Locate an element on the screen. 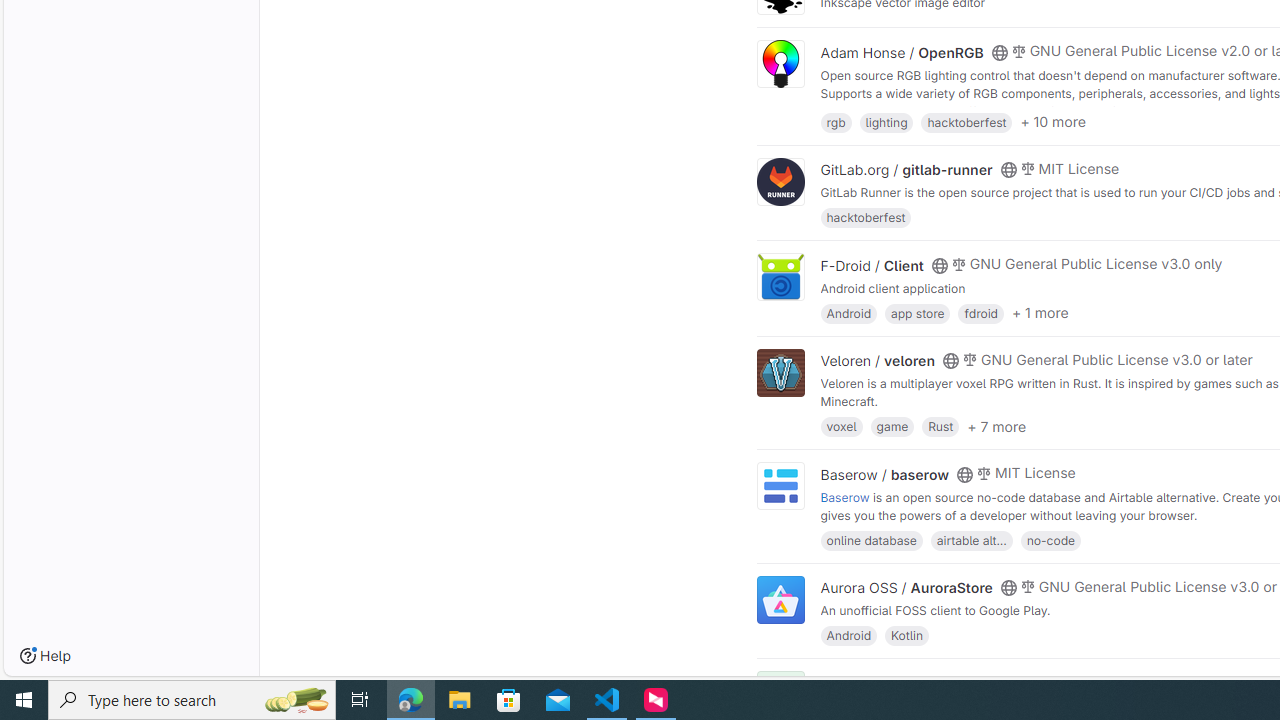  'app store' is located at coordinates (916, 312).